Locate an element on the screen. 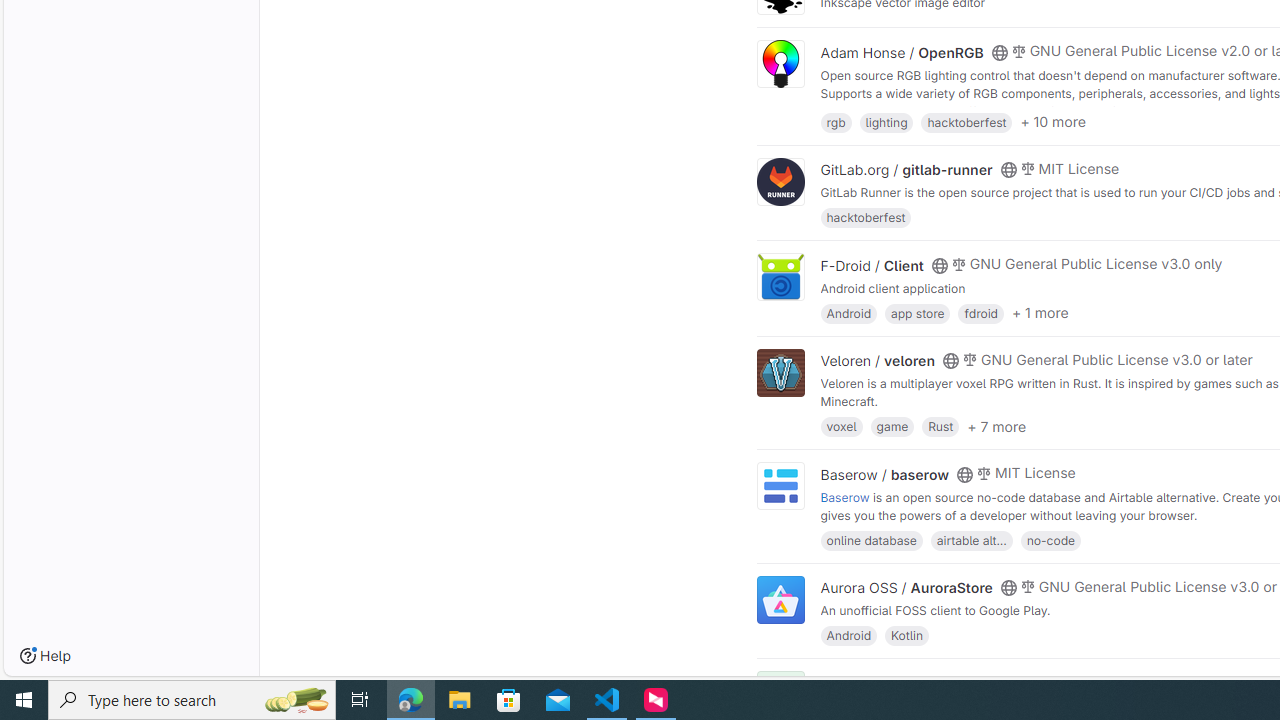  'app store' is located at coordinates (916, 312).